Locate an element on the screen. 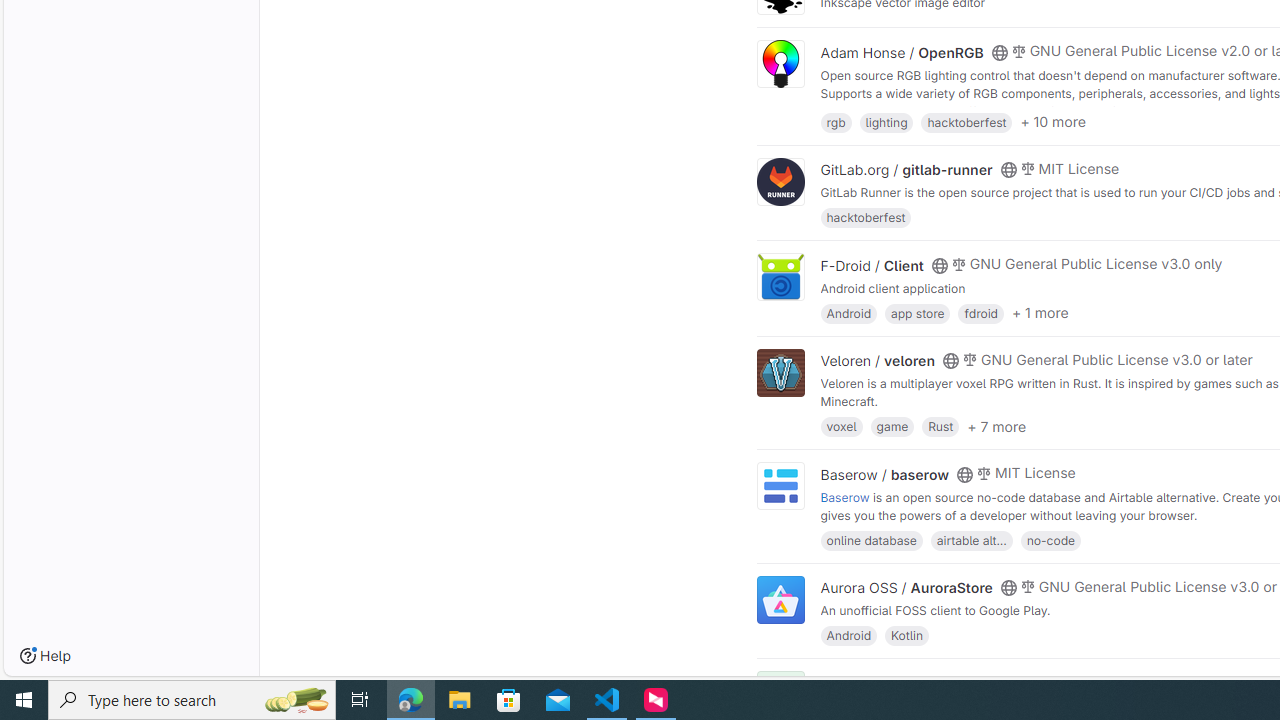  'app store' is located at coordinates (916, 312).